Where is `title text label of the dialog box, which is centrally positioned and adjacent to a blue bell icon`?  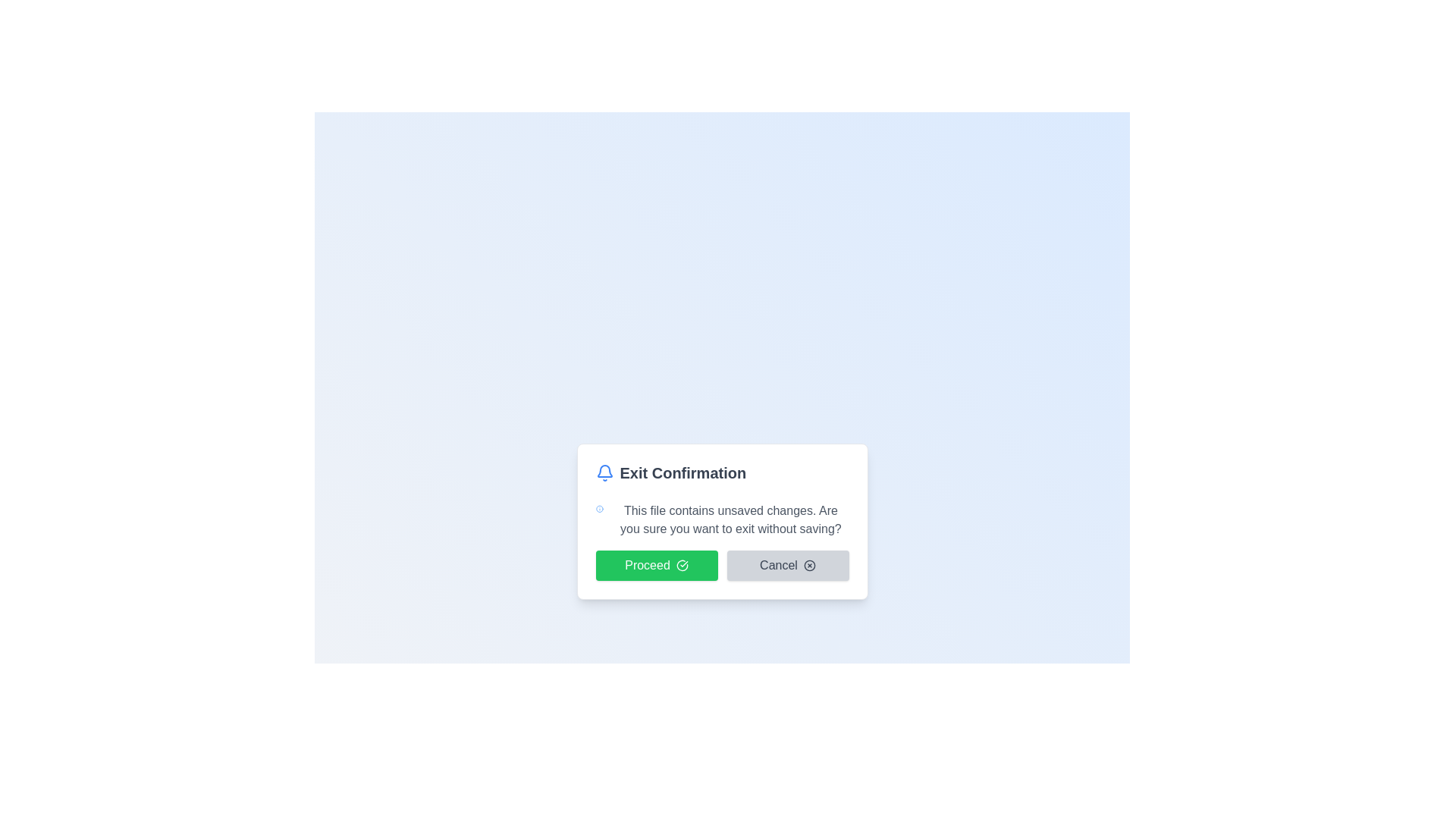
title text label of the dialog box, which is centrally positioned and adjacent to a blue bell icon is located at coordinates (682, 472).